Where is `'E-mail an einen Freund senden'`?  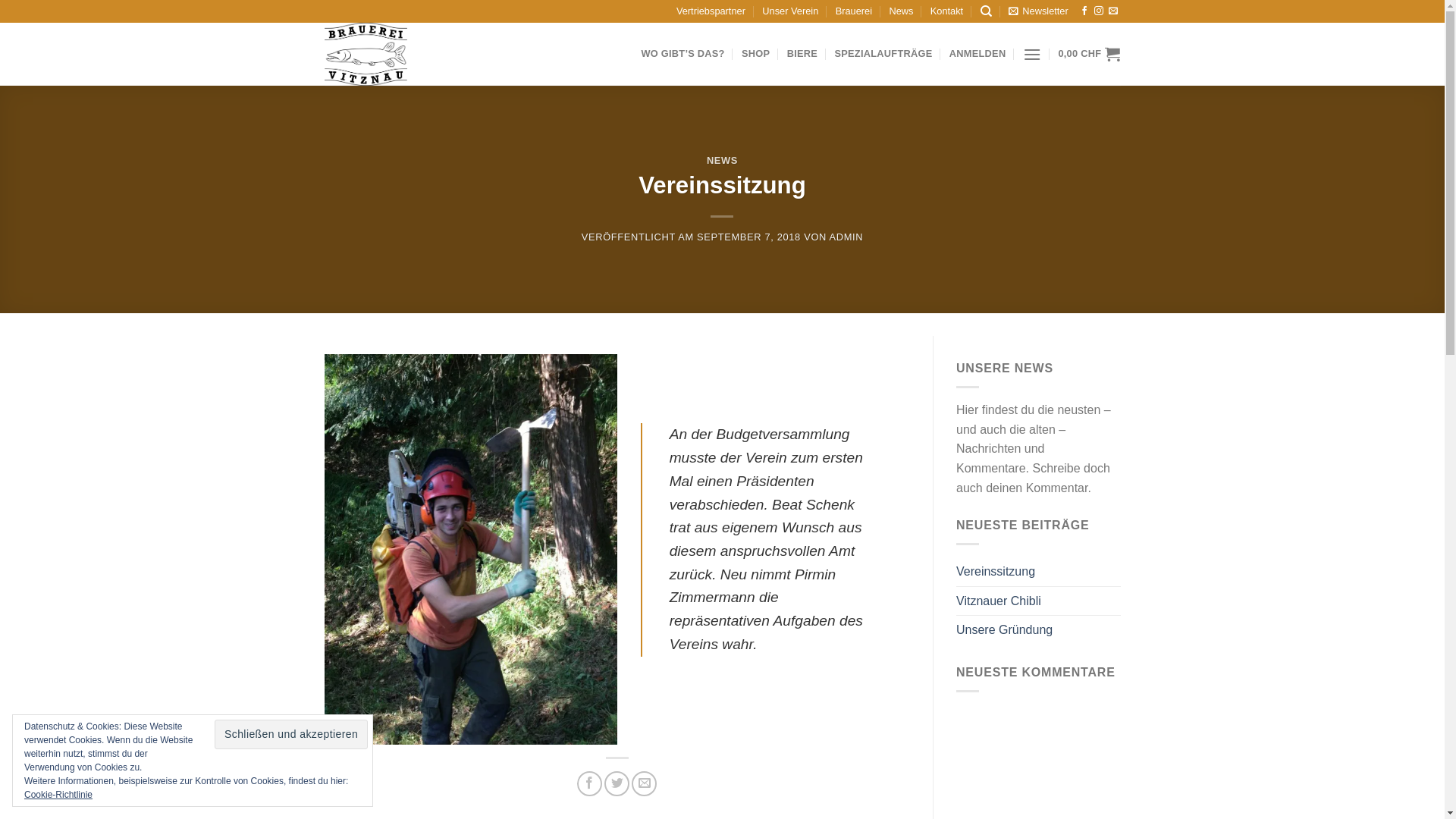
'E-mail an einen Freund senden' is located at coordinates (644, 783).